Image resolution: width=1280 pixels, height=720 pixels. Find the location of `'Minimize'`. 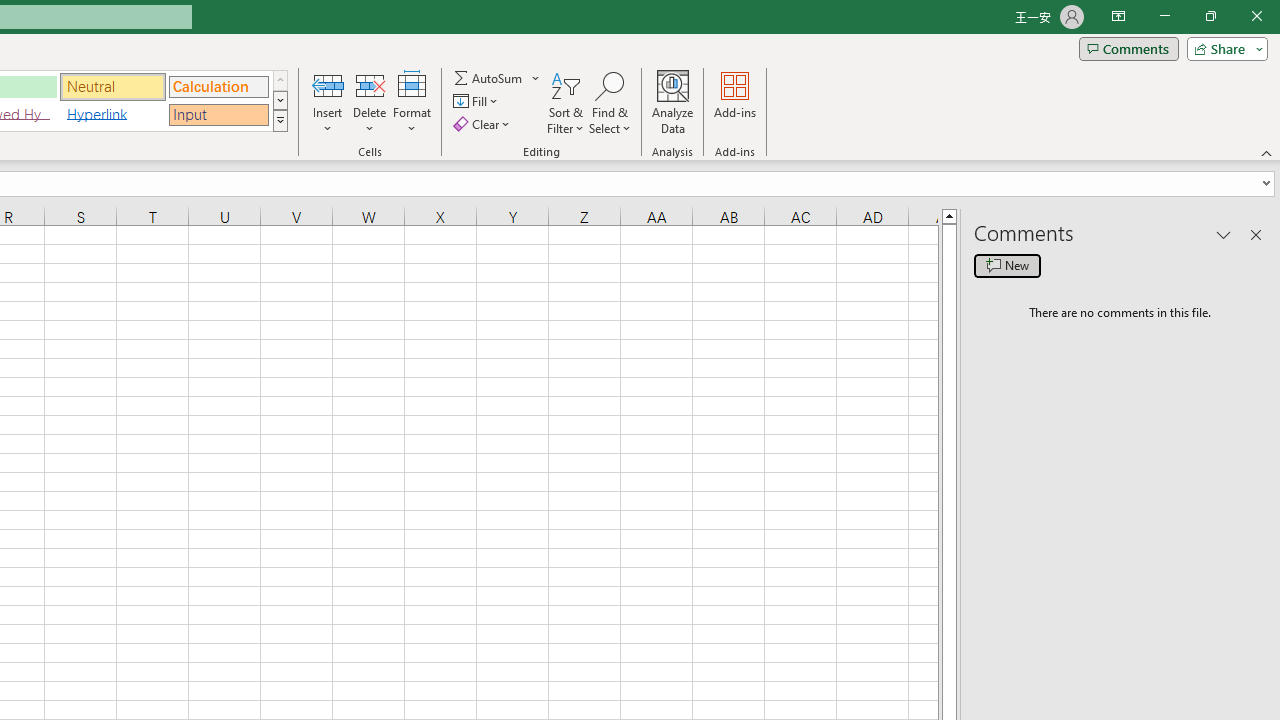

'Minimize' is located at coordinates (1164, 16).